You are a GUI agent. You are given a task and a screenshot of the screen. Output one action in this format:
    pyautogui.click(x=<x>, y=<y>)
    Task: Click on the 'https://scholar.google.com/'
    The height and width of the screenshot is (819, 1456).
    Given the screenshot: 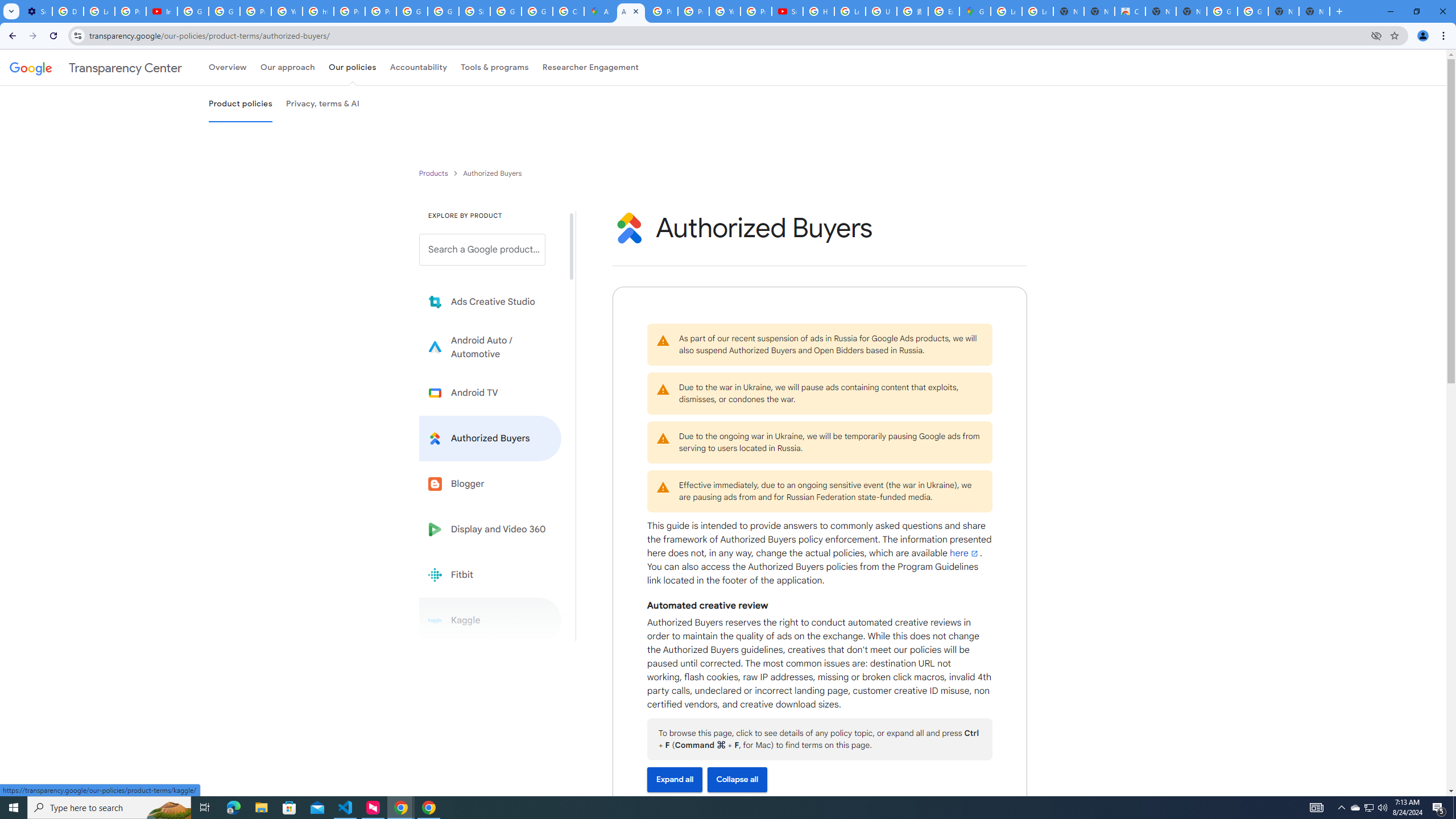 What is the action you would take?
    pyautogui.click(x=317, y=11)
    